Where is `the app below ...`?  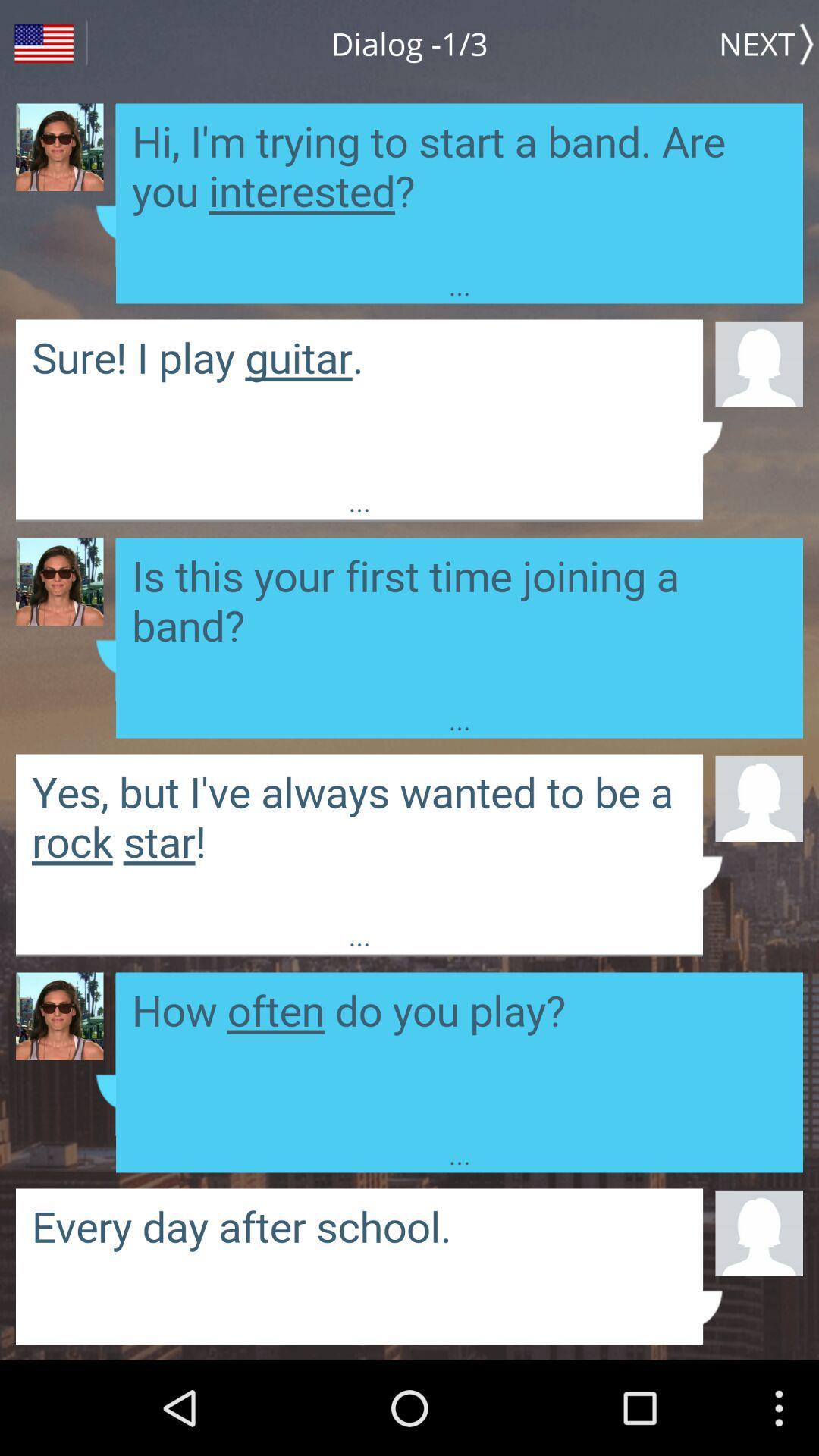 the app below ... is located at coordinates (759, 797).